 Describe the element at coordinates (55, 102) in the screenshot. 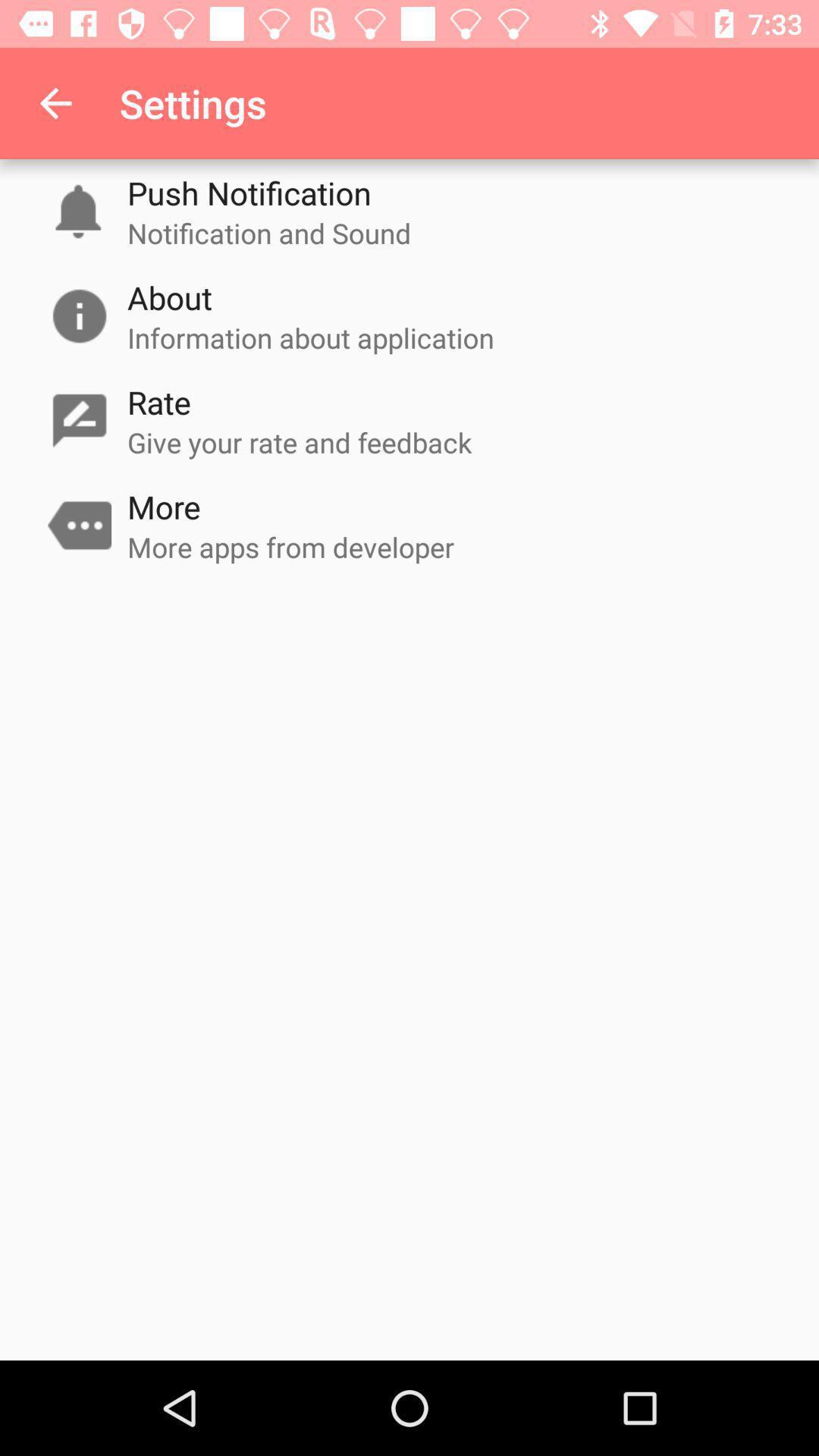

I see `item to the left of settings` at that location.